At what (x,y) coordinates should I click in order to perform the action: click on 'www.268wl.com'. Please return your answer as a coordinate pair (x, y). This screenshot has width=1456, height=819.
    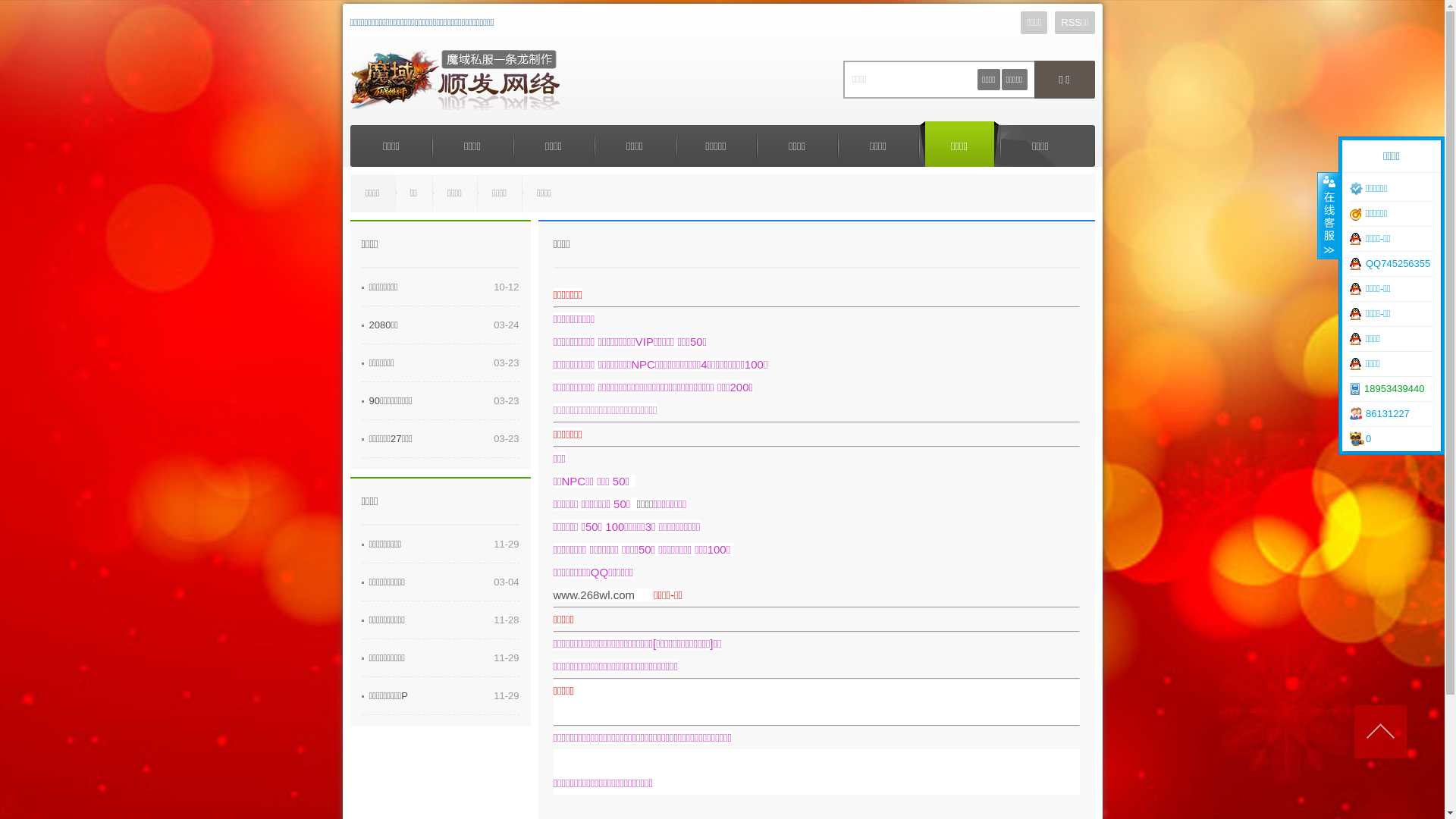
    Looking at the image, I should click on (593, 594).